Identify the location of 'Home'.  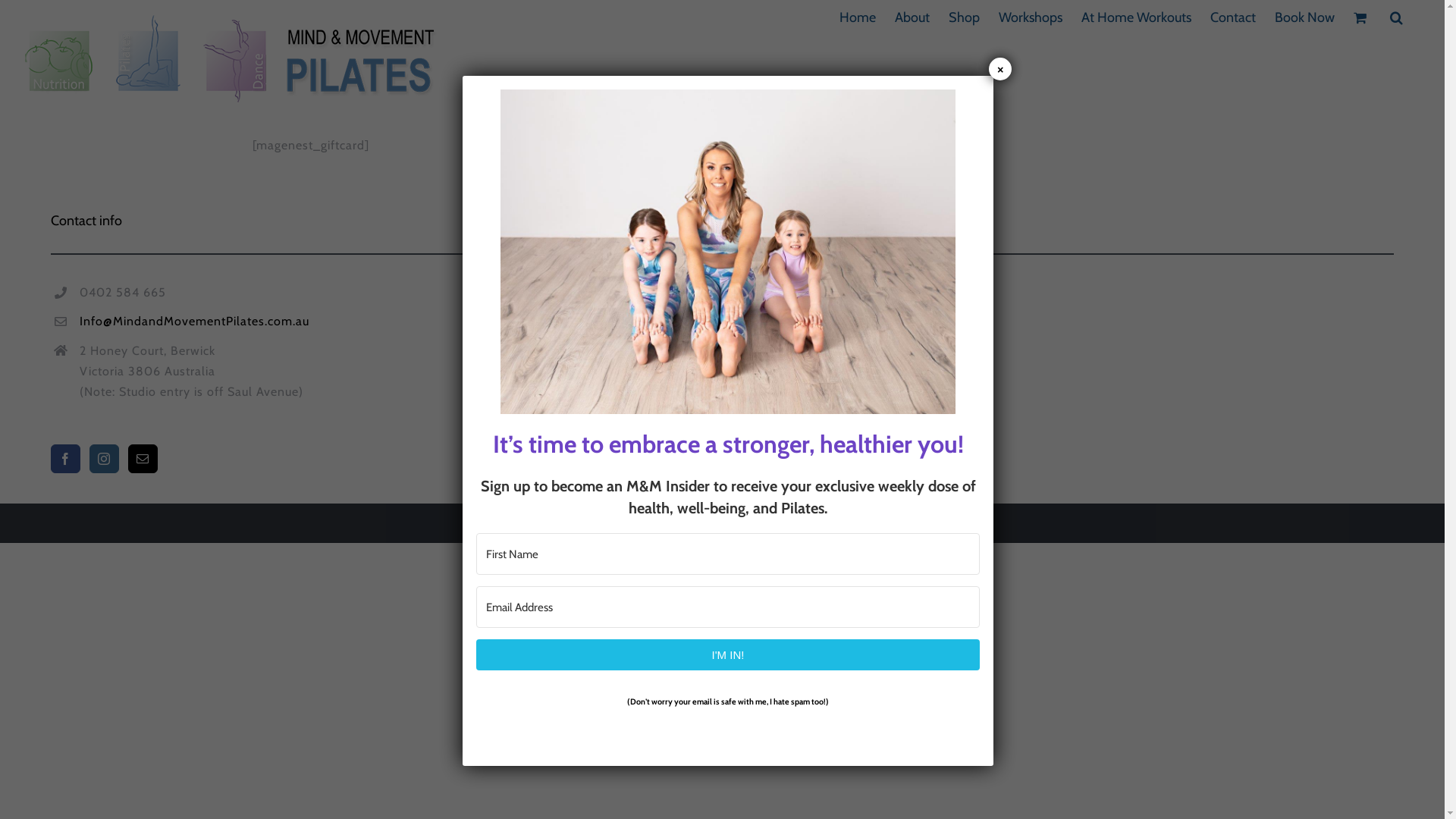
(839, 17).